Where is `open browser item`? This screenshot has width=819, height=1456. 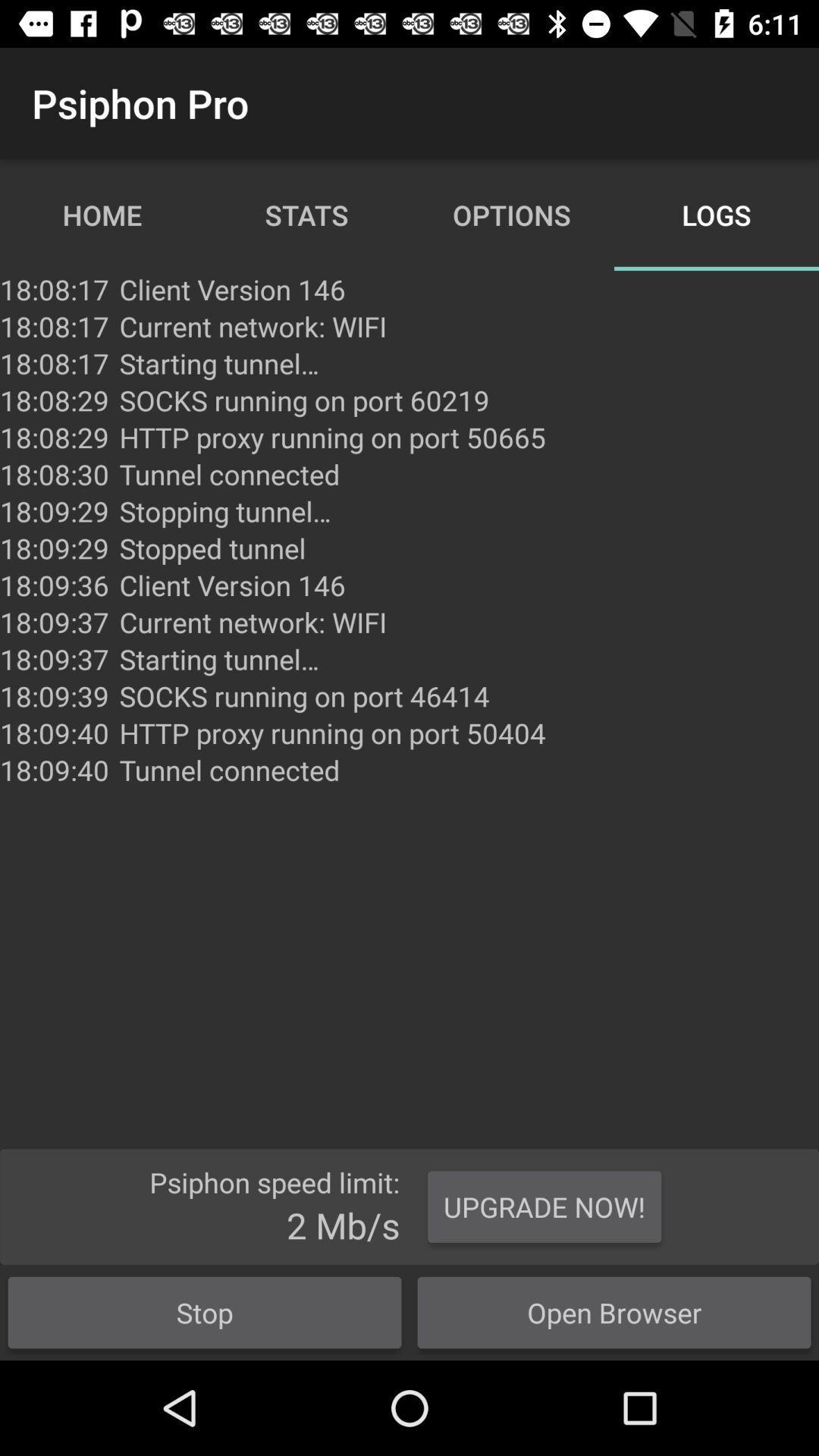
open browser item is located at coordinates (614, 1312).